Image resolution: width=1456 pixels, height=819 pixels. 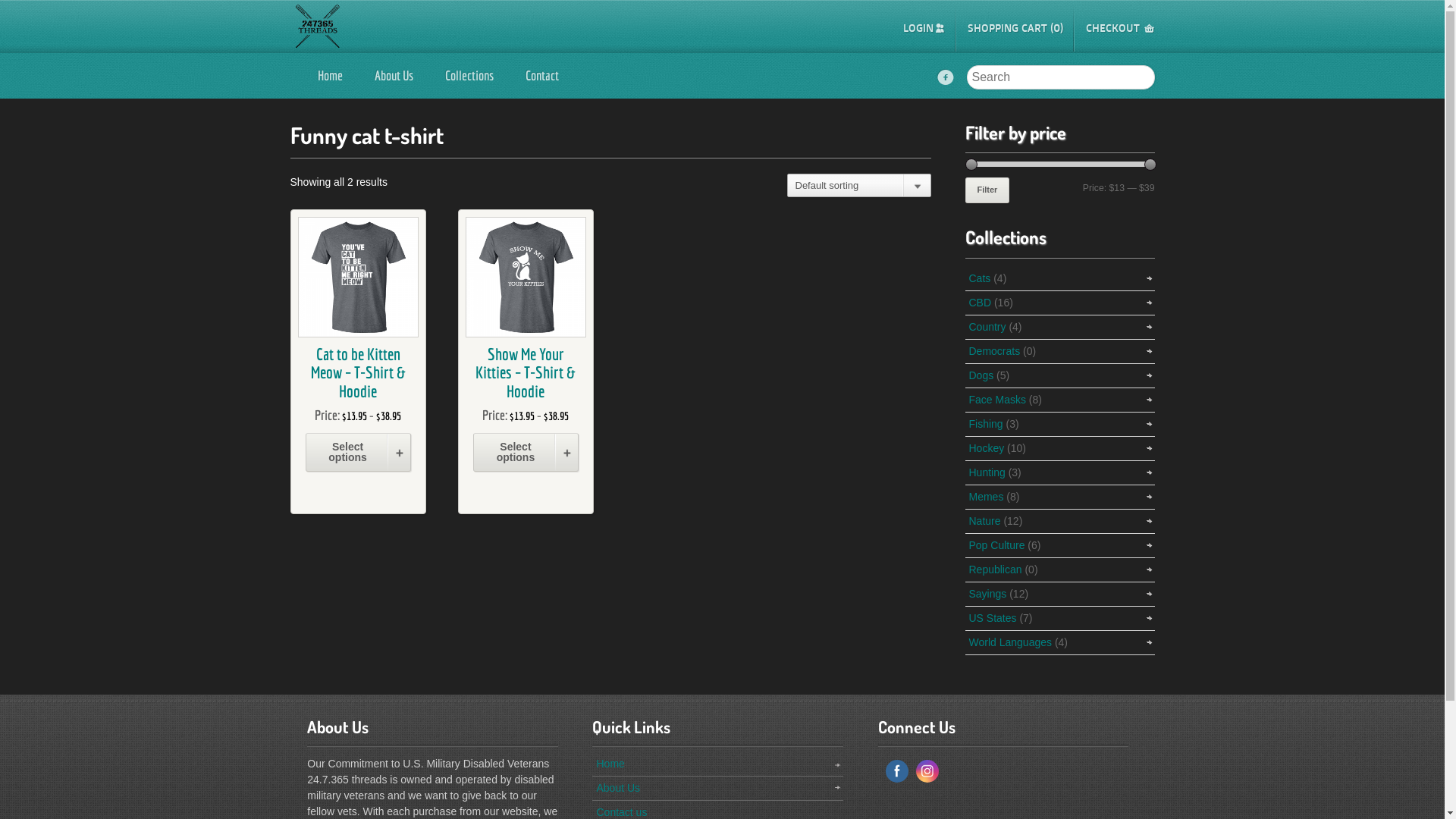 I want to click on 'World Languages', so click(x=1010, y=642).